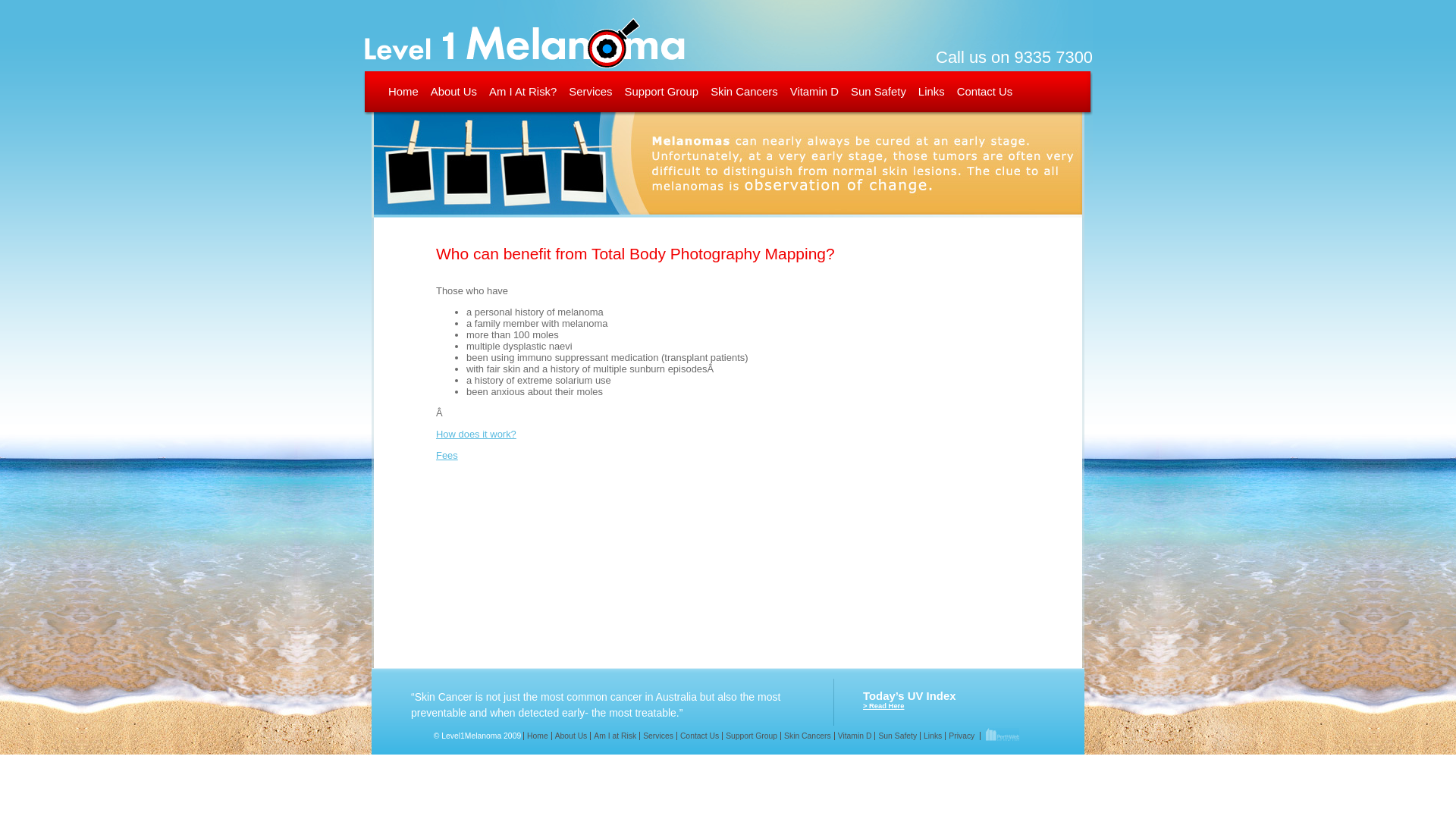  Describe the element at coordinates (661, 91) in the screenshot. I see `'Support Group'` at that location.